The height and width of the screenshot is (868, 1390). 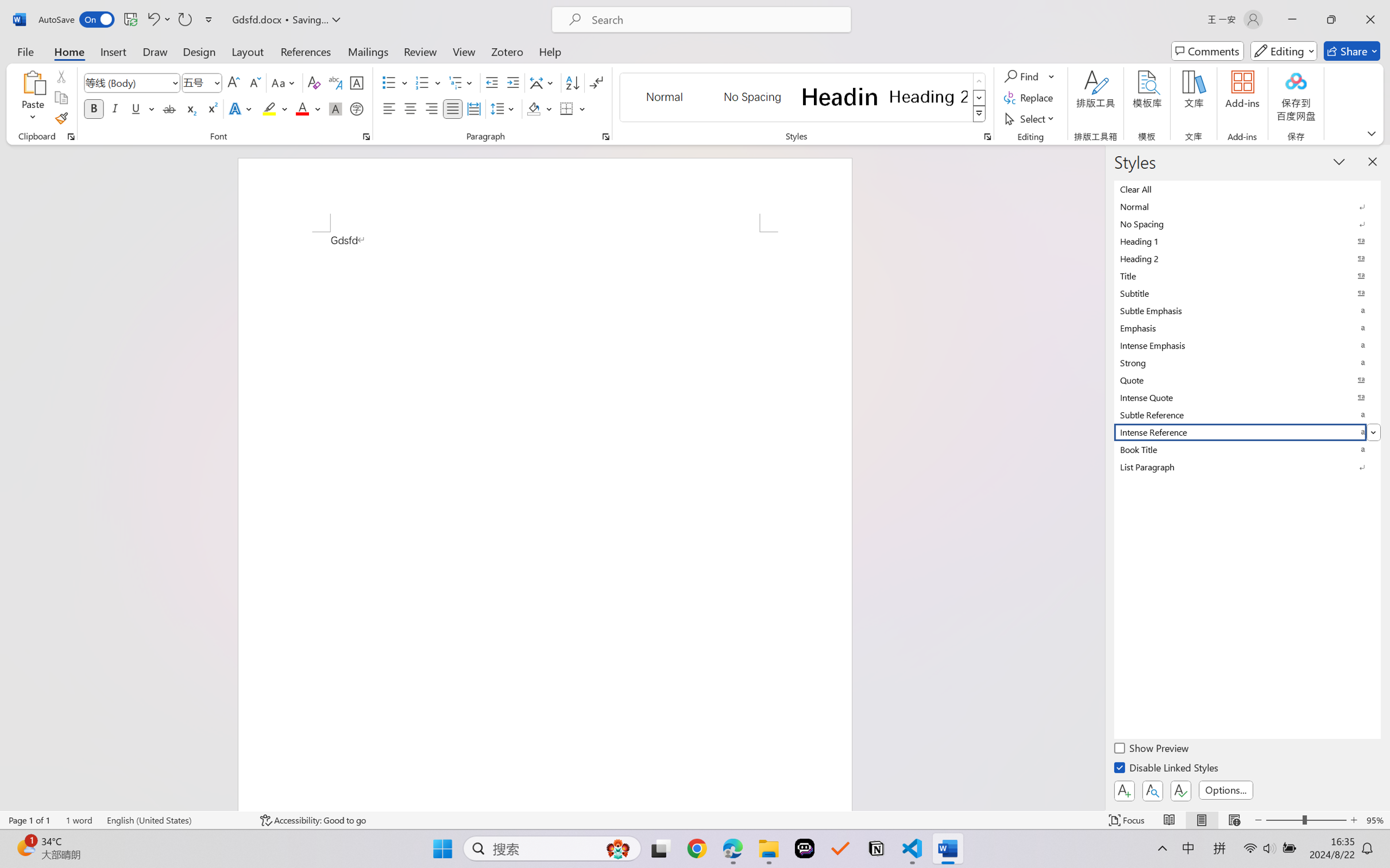 What do you see at coordinates (542, 83) in the screenshot?
I see `'Asian Layout'` at bounding box center [542, 83].